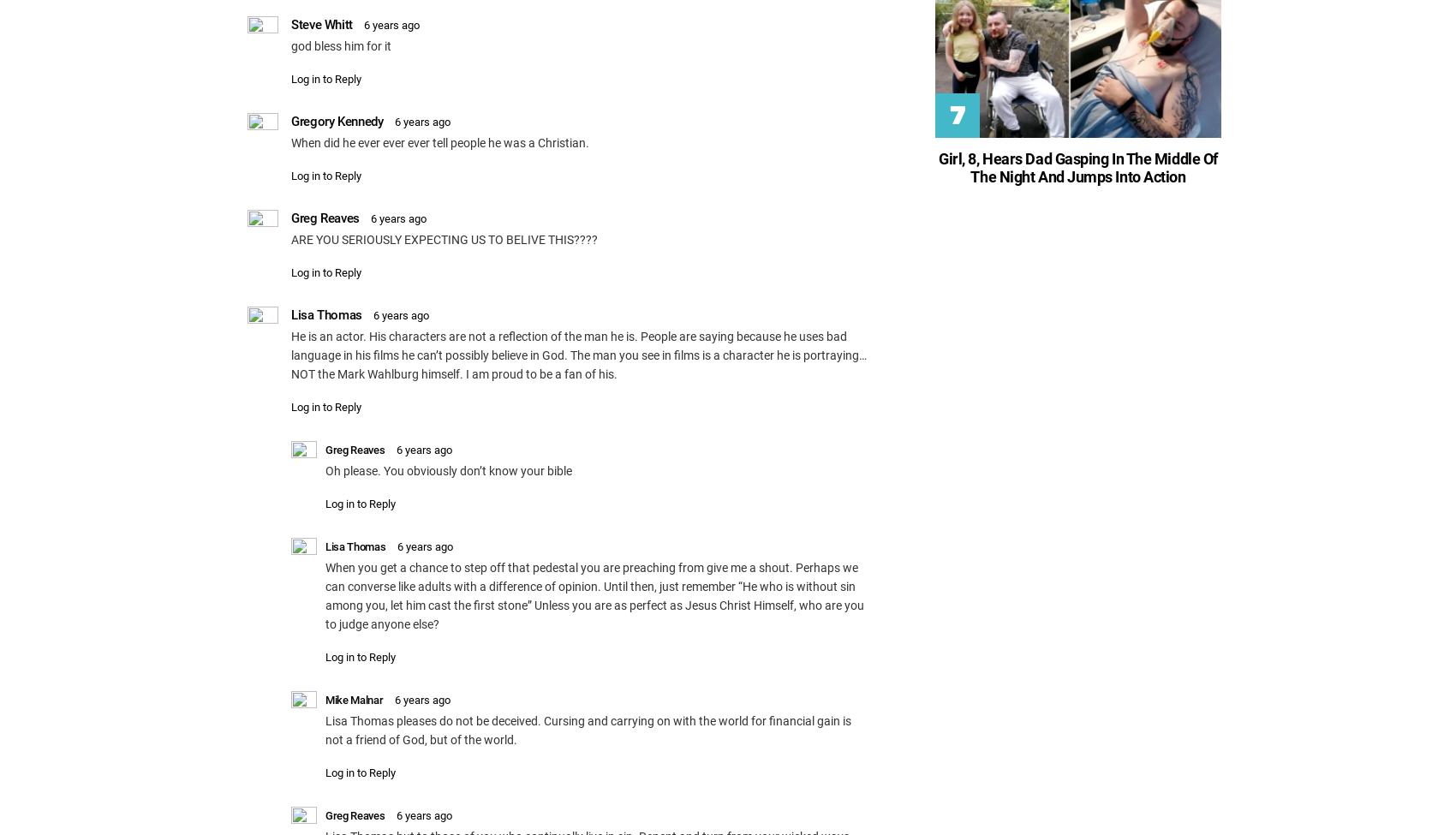 The image size is (1456, 835). What do you see at coordinates (336, 120) in the screenshot?
I see `'Gregory Kennedy'` at bounding box center [336, 120].